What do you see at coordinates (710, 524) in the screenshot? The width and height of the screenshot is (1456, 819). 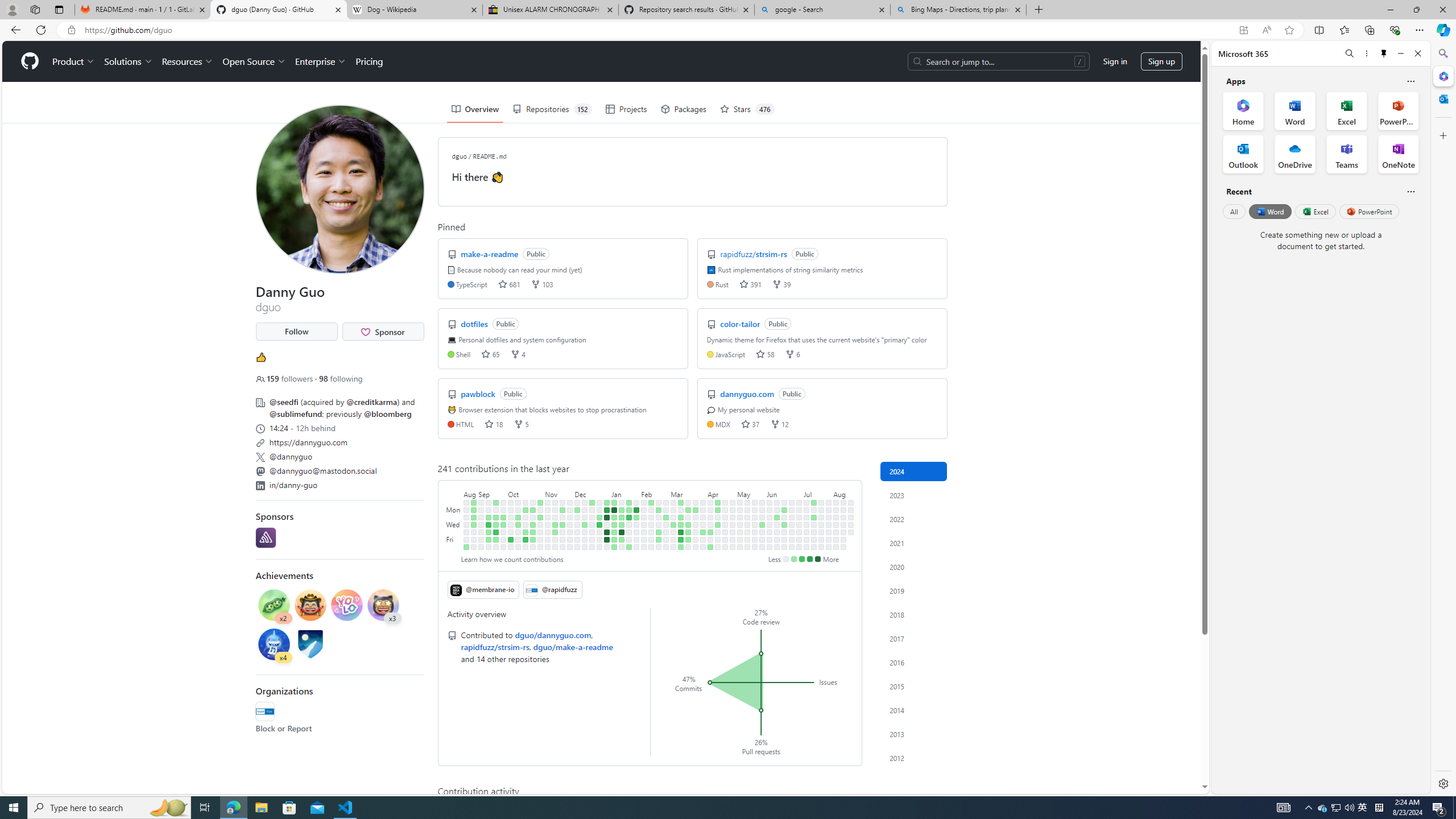 I see `'No contributions on April 10th.'` at bounding box center [710, 524].